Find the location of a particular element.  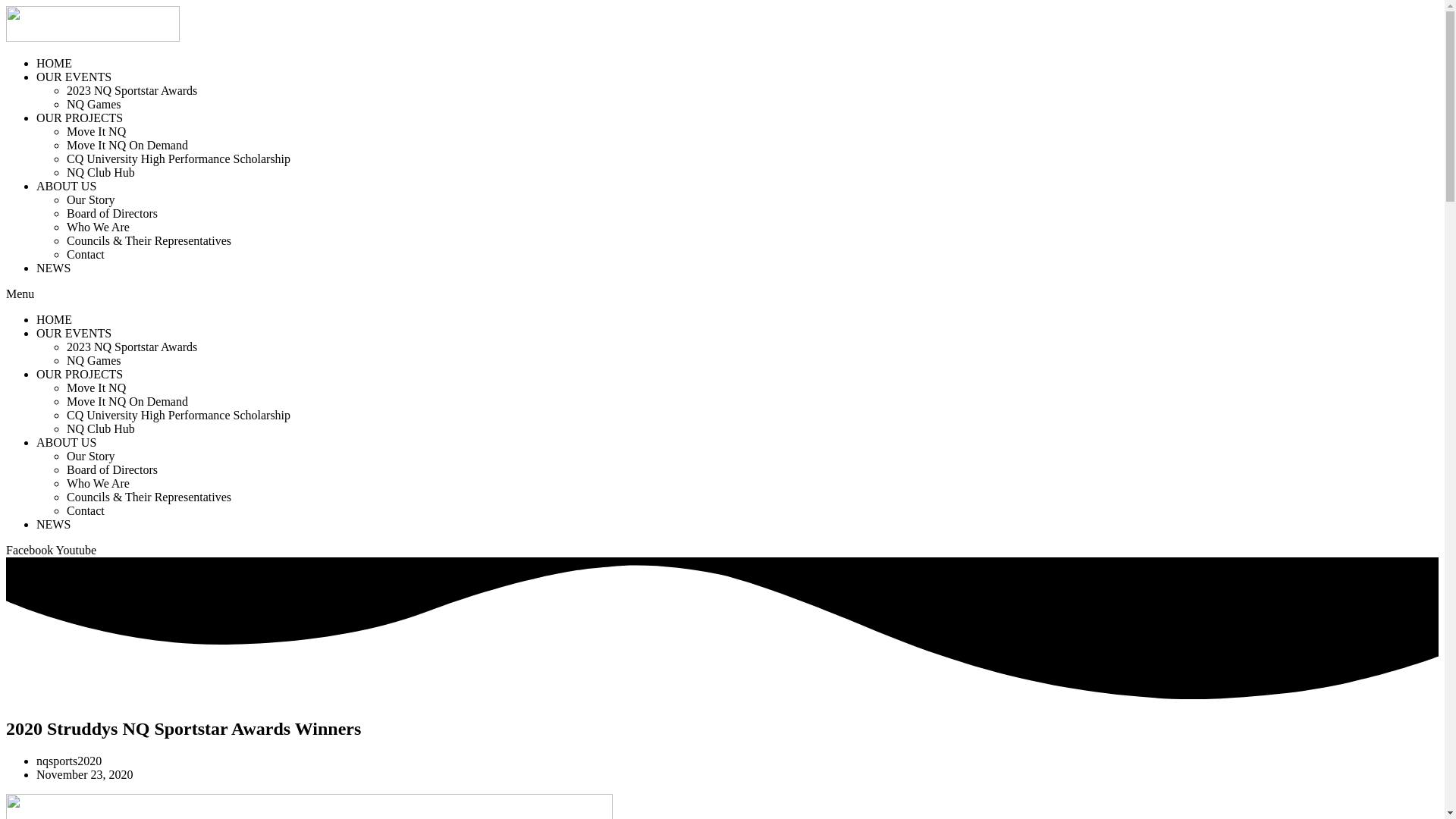

'Facebook' is located at coordinates (31, 550).